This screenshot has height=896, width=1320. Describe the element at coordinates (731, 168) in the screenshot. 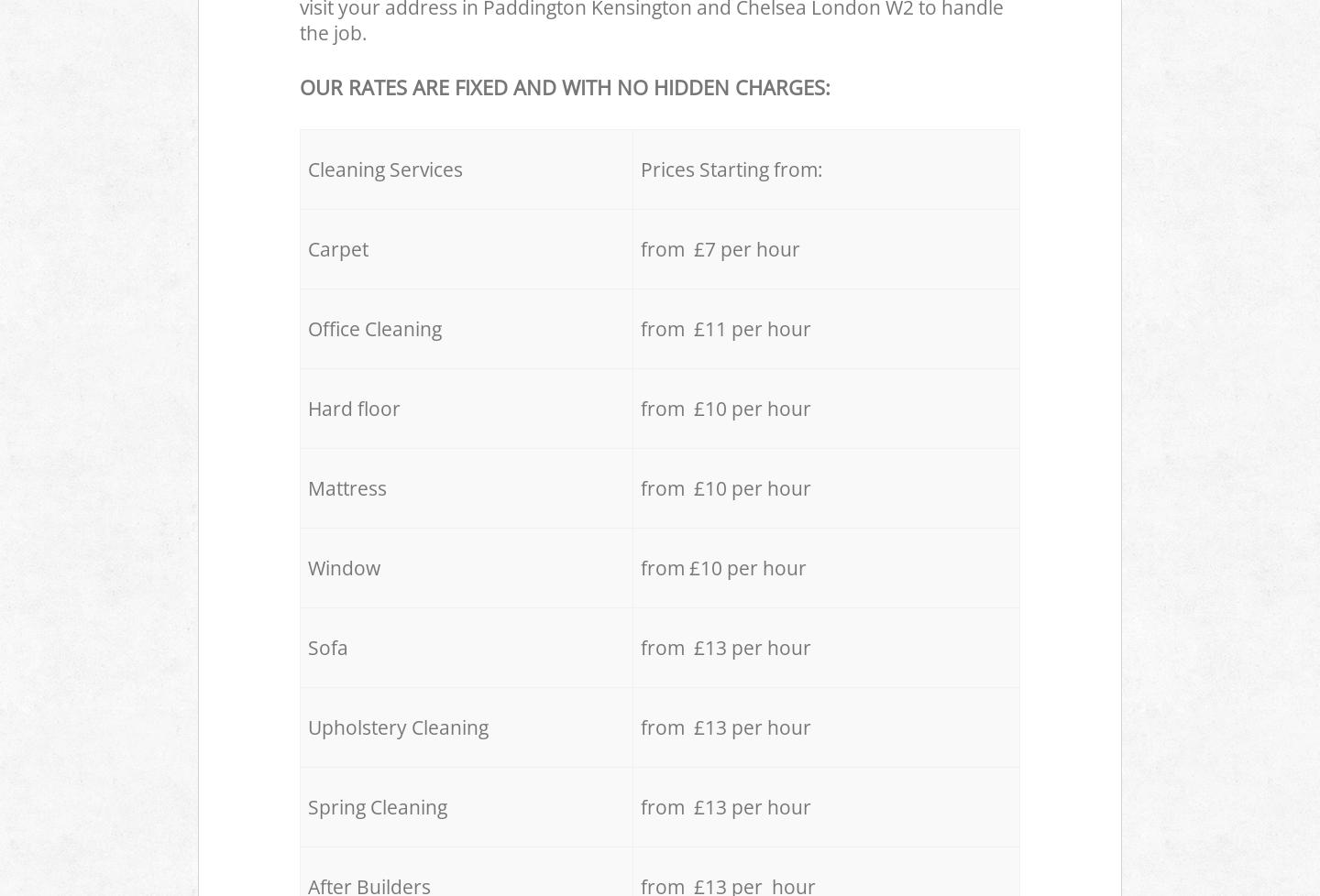

I see `'Prices Starting from:'` at that location.